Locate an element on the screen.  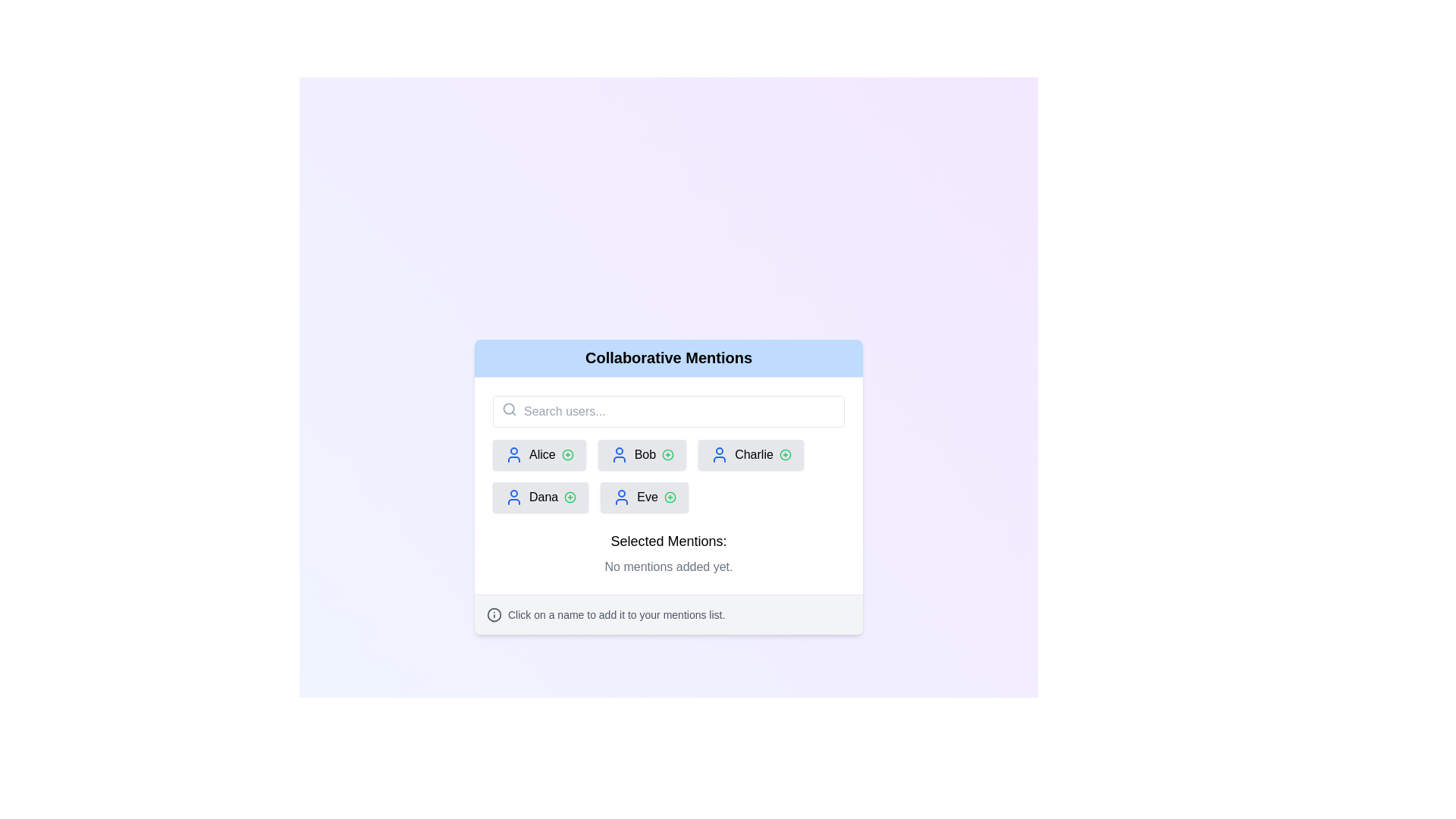
the user profile icon, which is colored blue and positioned to the left of the text label 'Dana' is located at coordinates (513, 497).